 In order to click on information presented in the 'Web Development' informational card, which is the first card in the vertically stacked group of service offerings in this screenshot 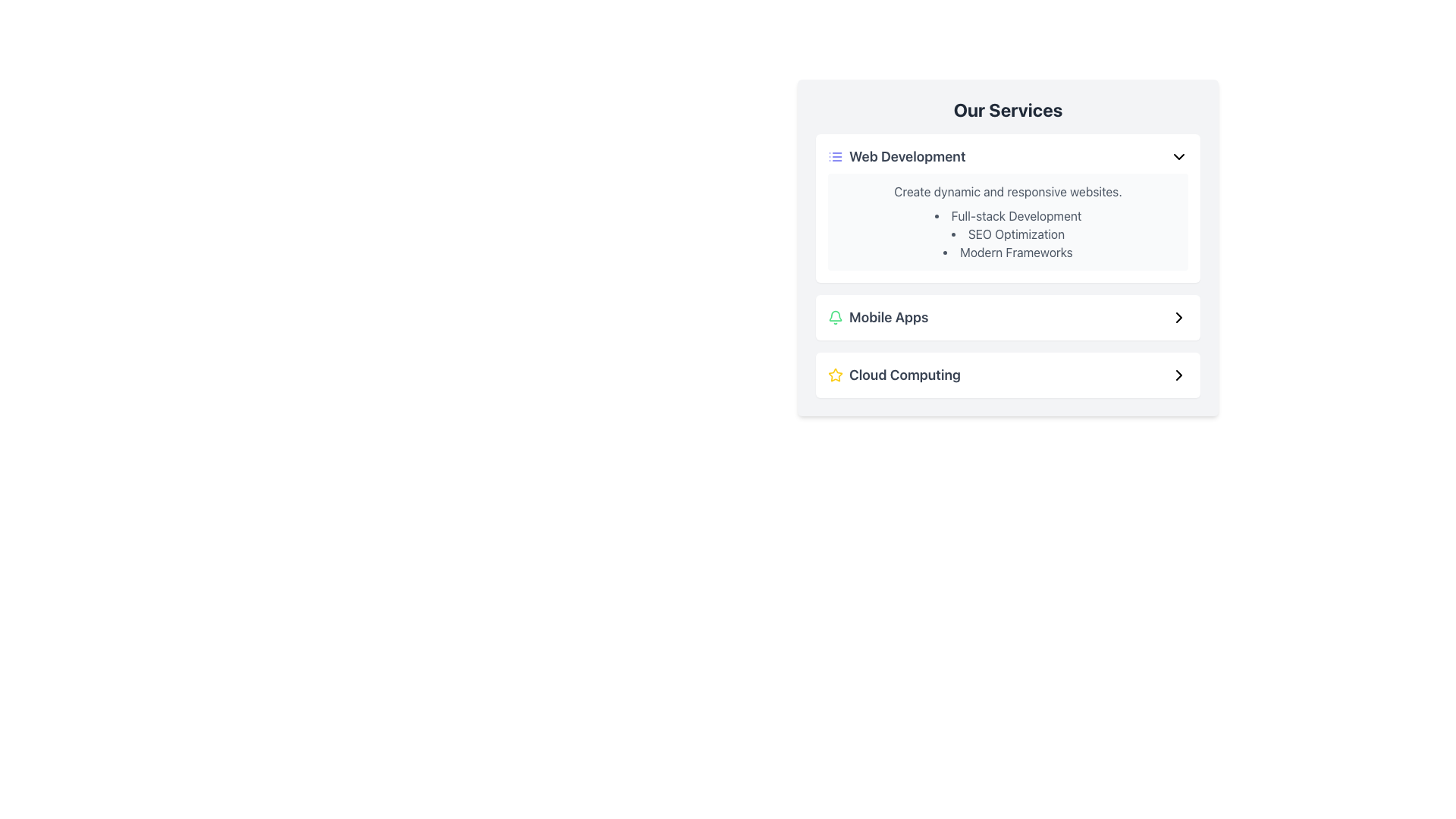, I will do `click(1008, 208)`.